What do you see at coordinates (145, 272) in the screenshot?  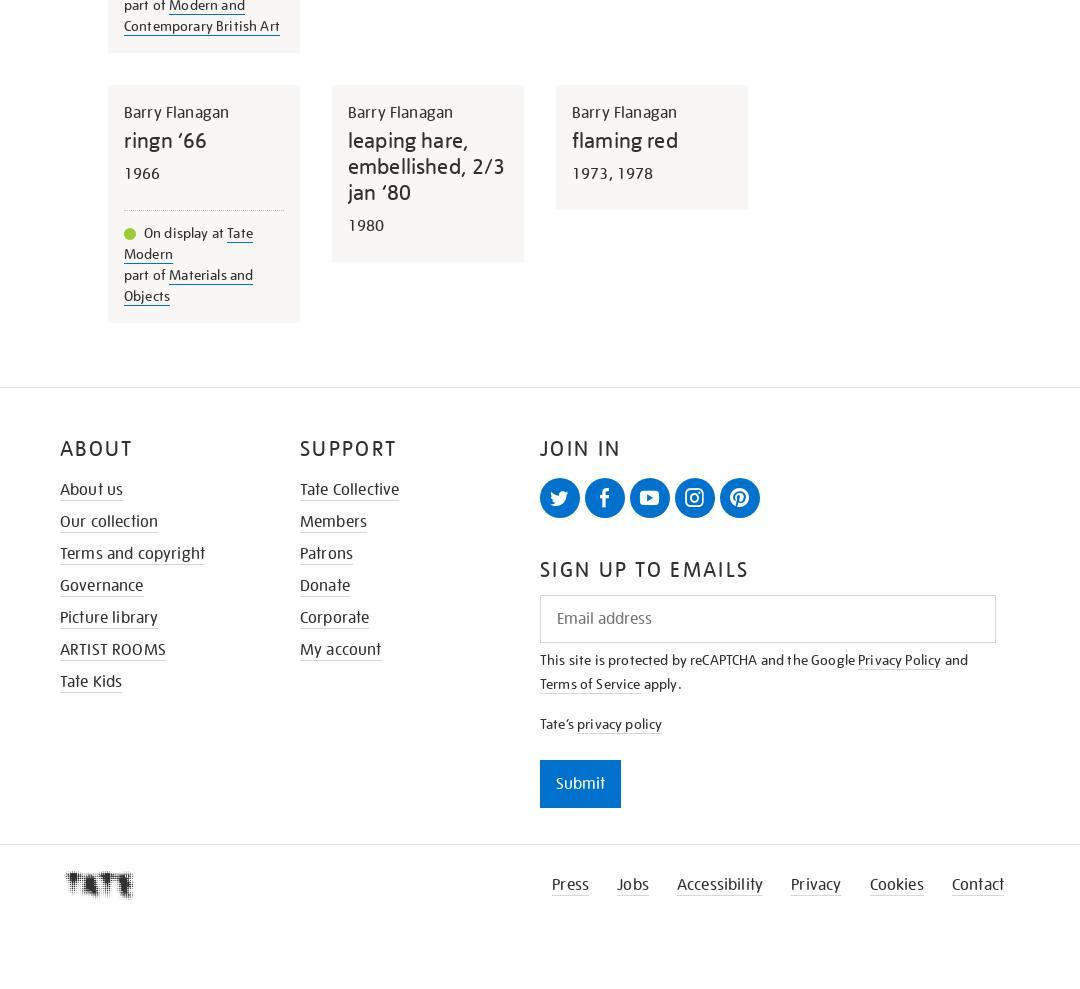 I see `'part of'` at bounding box center [145, 272].